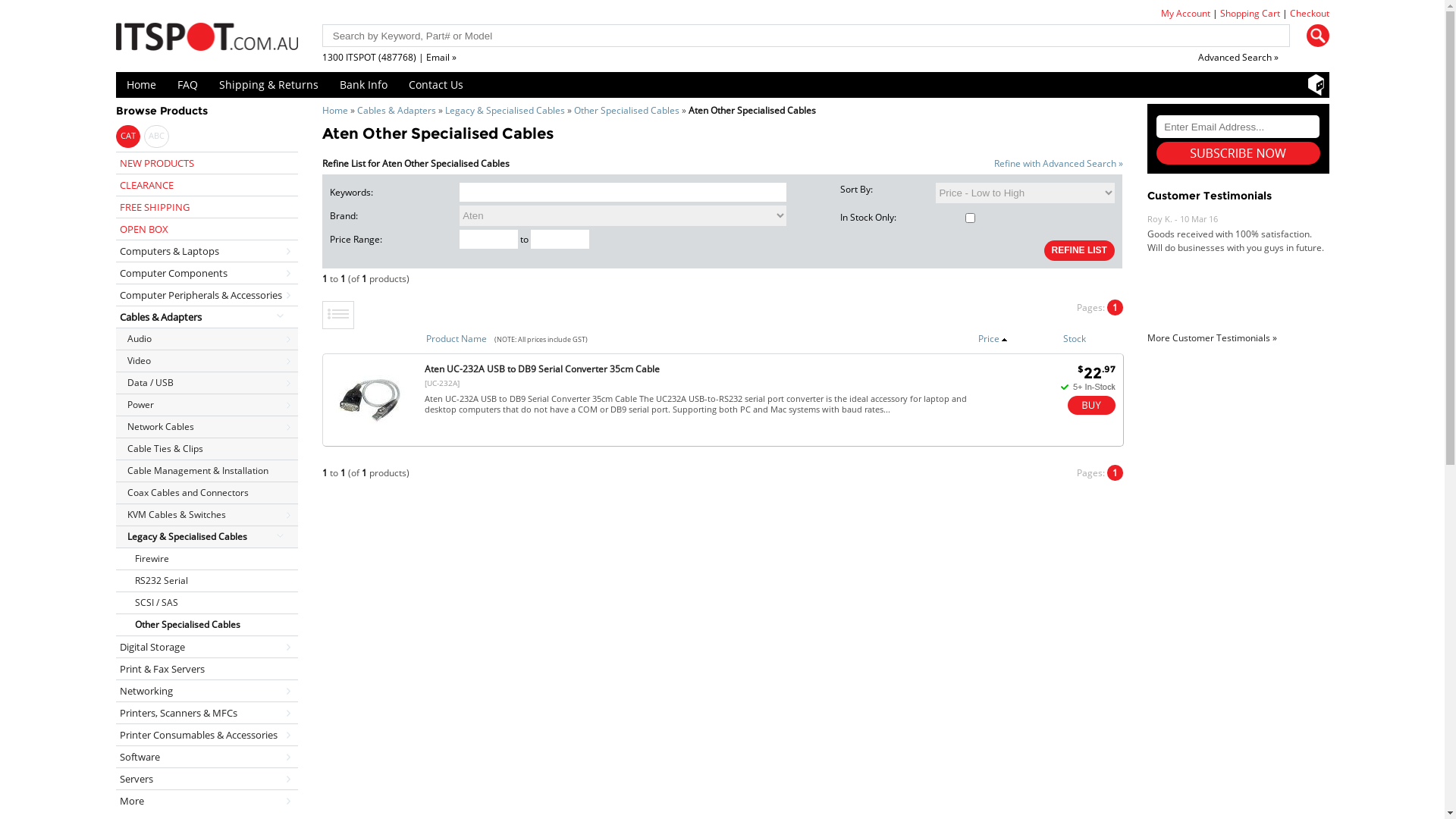 This screenshot has width=1456, height=819. What do you see at coordinates (206, 228) in the screenshot?
I see `'OPEN BOX'` at bounding box center [206, 228].